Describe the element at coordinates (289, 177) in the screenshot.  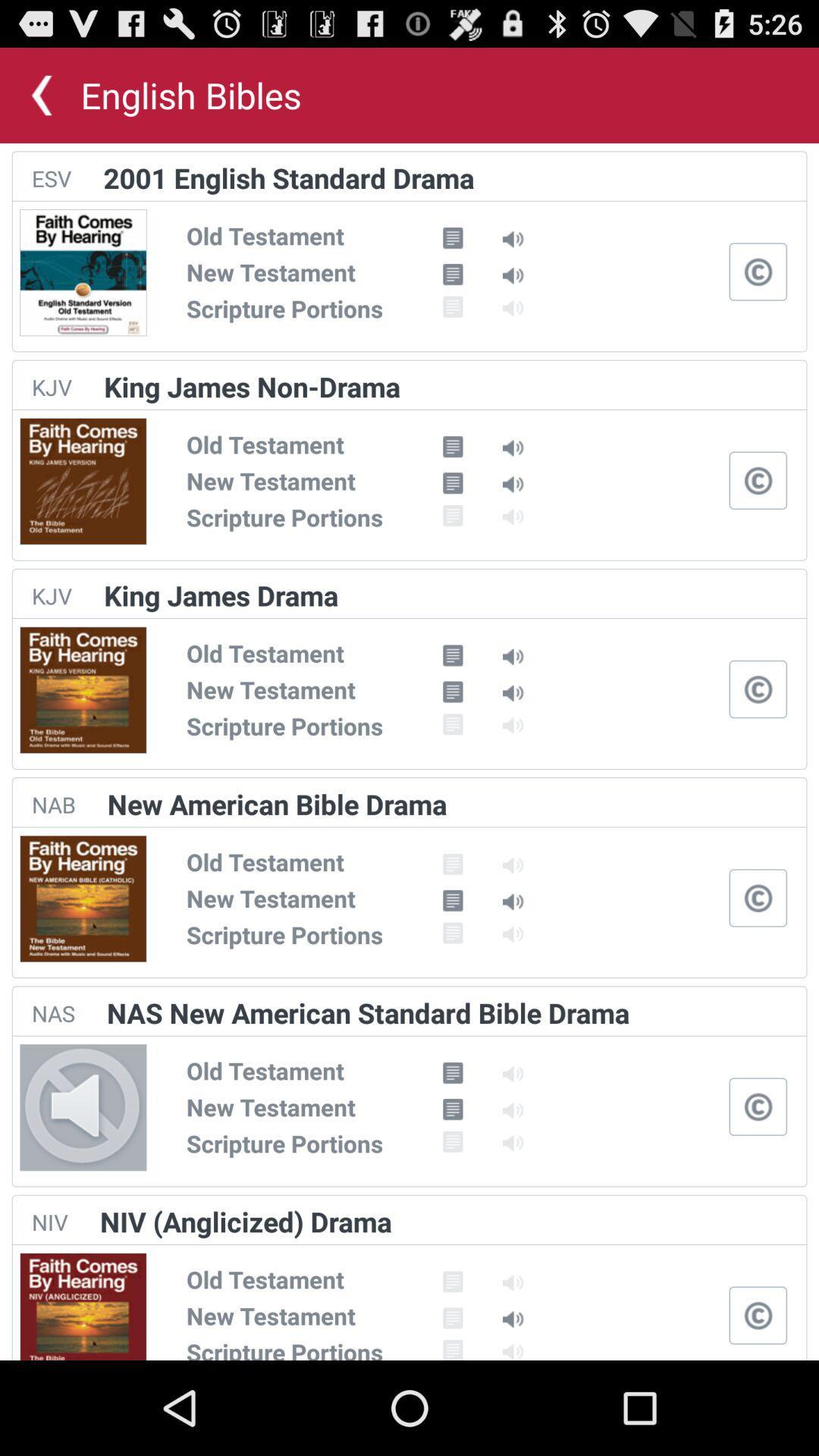
I see `2001 english standard app` at that location.